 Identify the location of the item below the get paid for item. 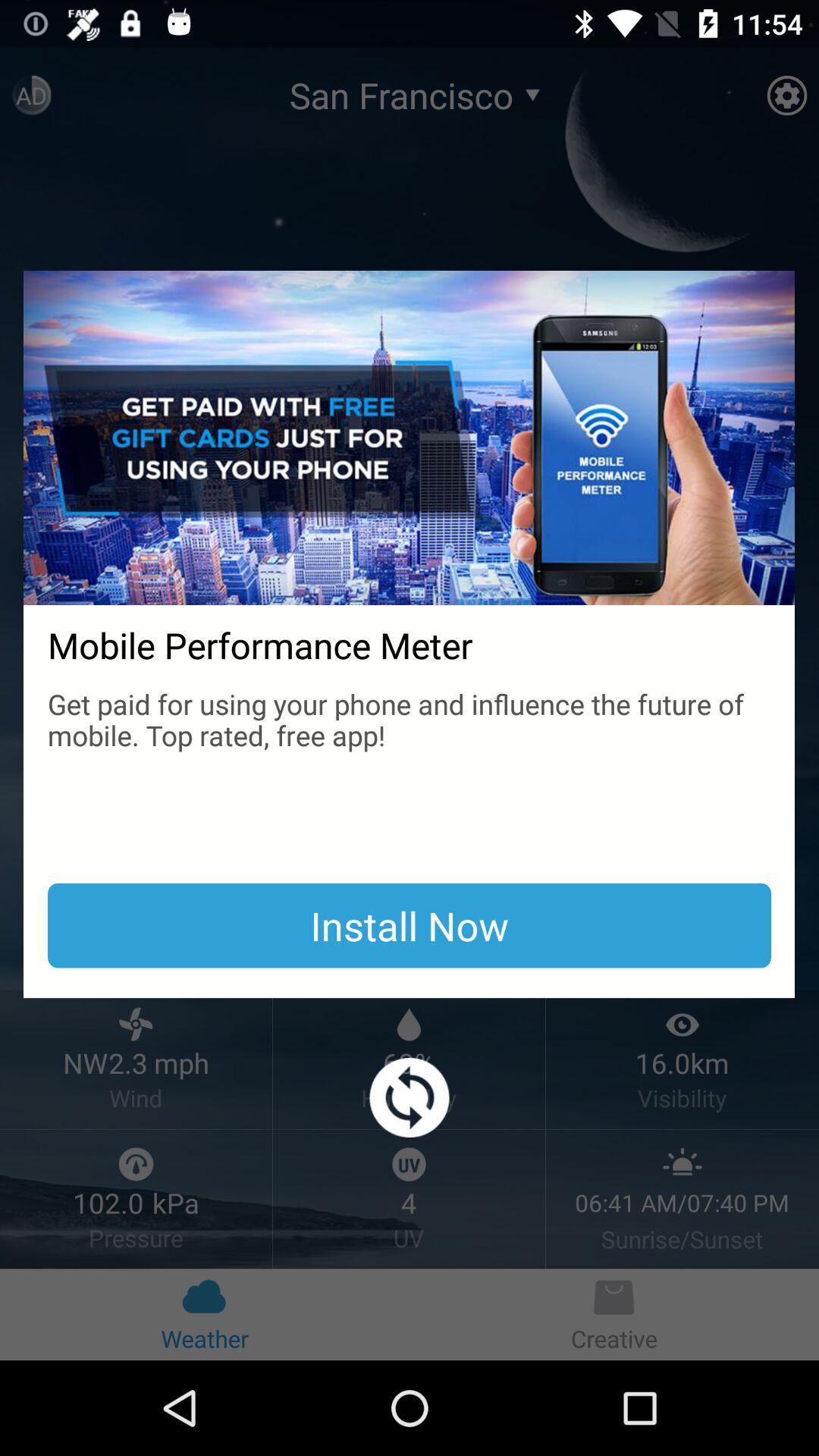
(409, 924).